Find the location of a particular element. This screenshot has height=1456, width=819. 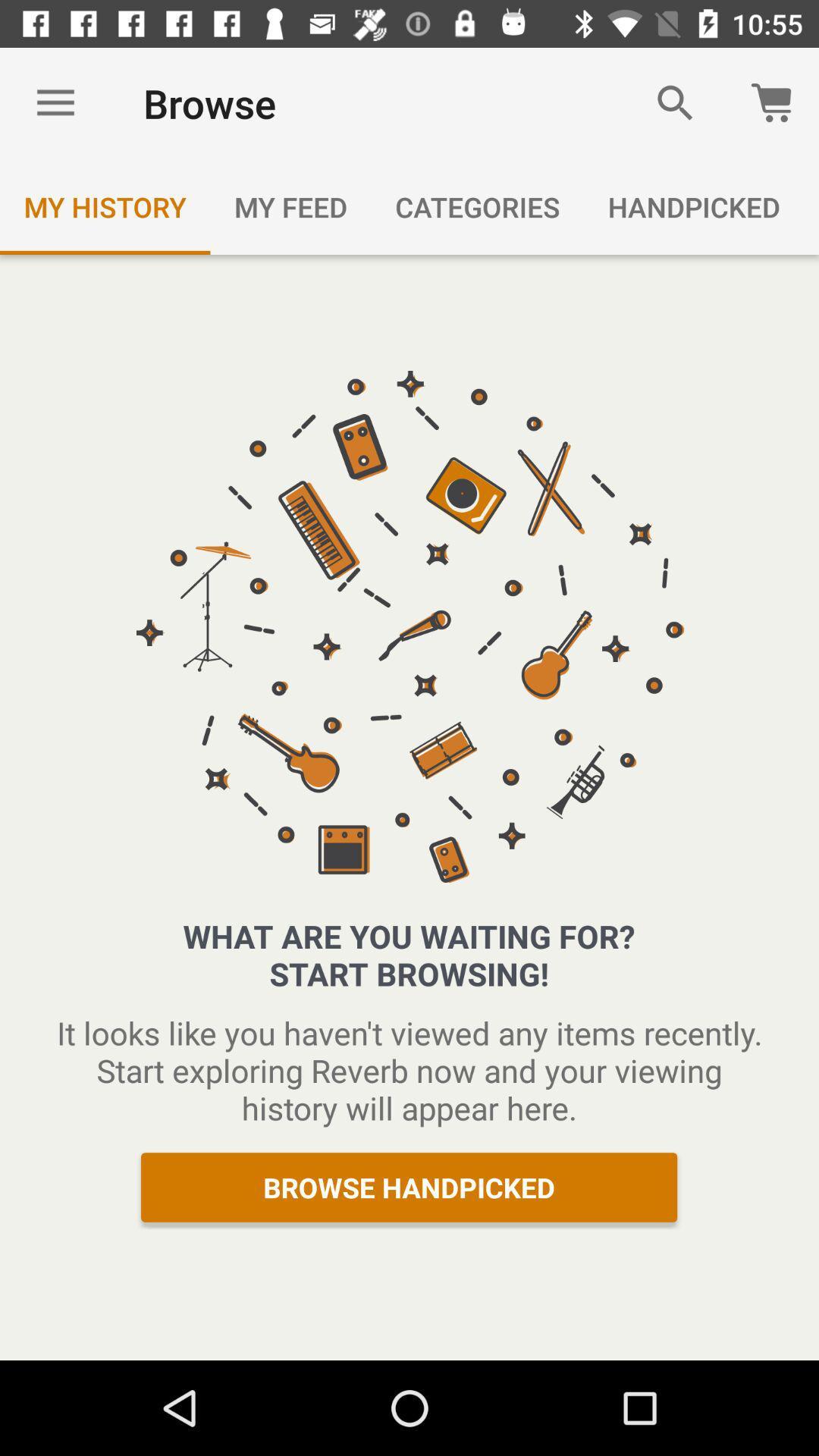

the item next to the browse icon is located at coordinates (675, 102).